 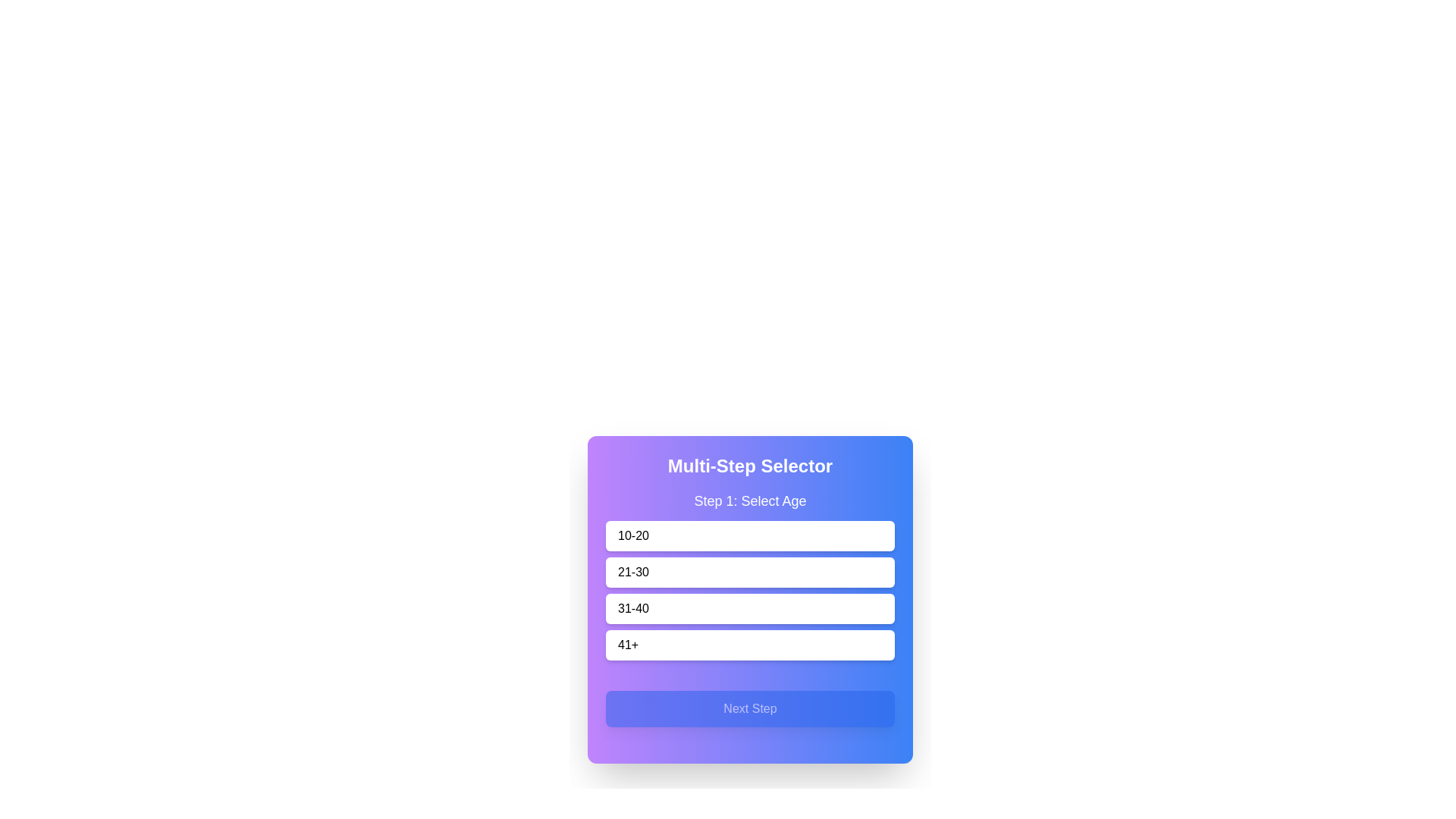 I want to click on the button labeled '41+' that is the bottom-most option in the Multi-Step Selector for selecting the age group, so click(x=750, y=645).